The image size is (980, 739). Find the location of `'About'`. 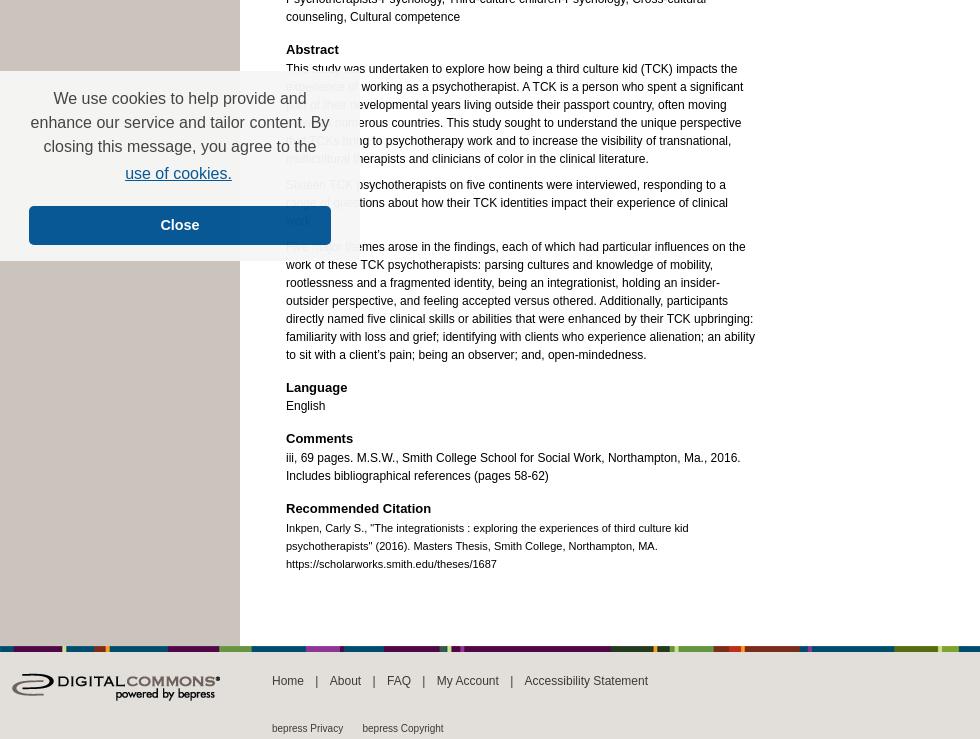

'About' is located at coordinates (344, 679).